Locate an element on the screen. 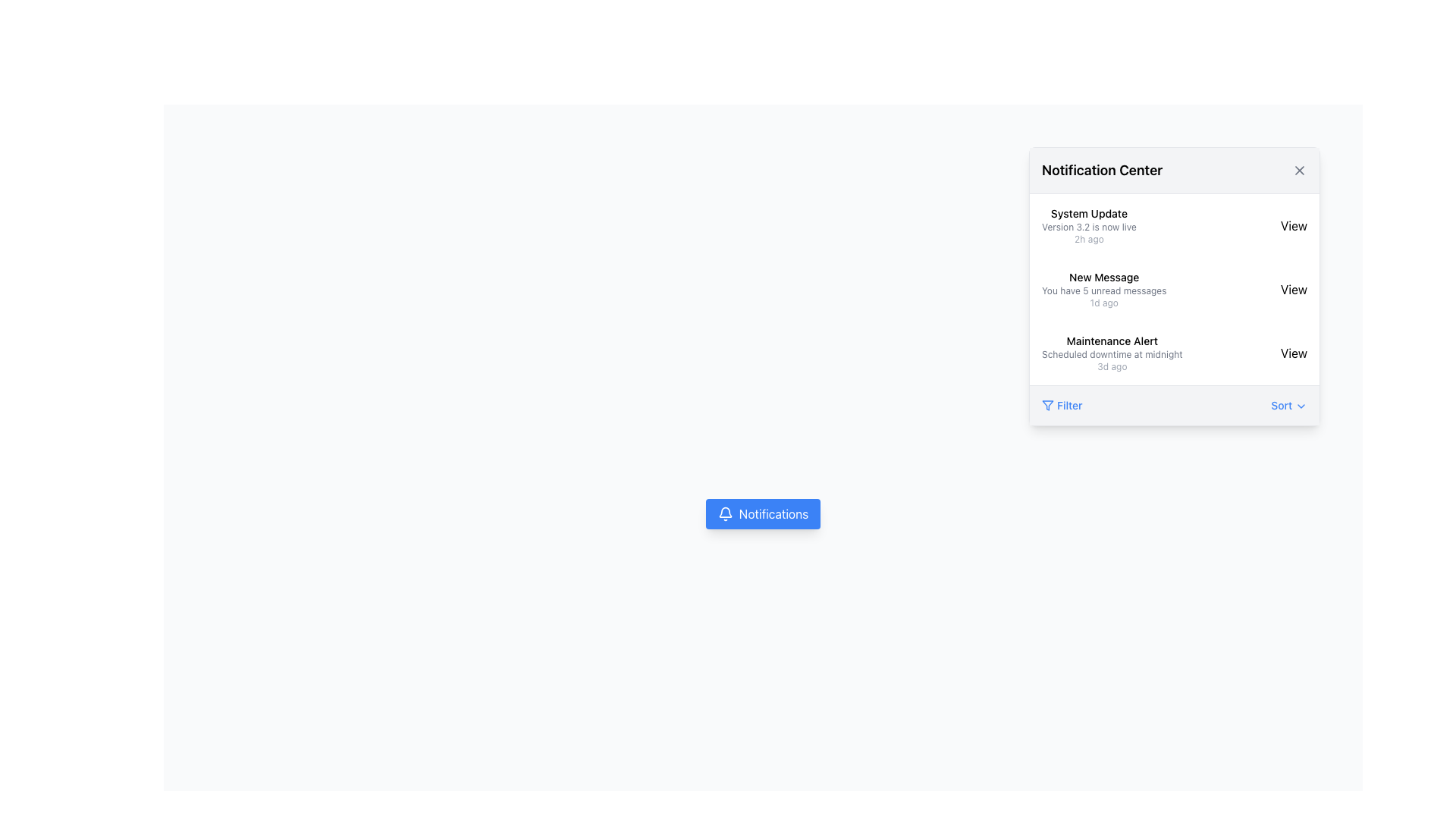 This screenshot has height=819, width=1456. the text block that displays a summary of a notification item is located at coordinates (1104, 289).